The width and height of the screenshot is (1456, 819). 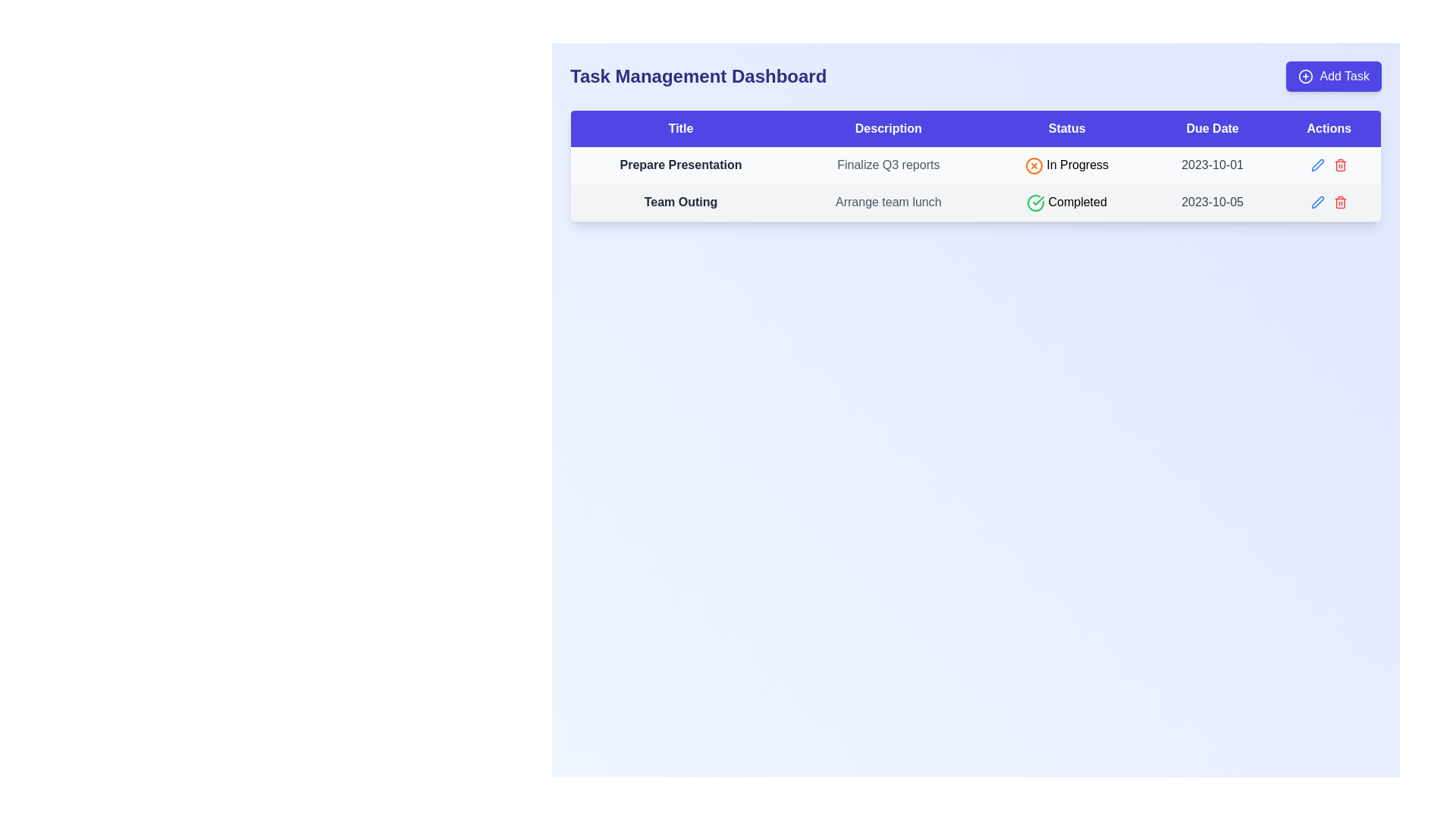 I want to click on the static text display that represents the due date of a task in the first row of the task management dashboard's data table, located in the fourth column labeled 'Due Date', so click(x=1212, y=165).